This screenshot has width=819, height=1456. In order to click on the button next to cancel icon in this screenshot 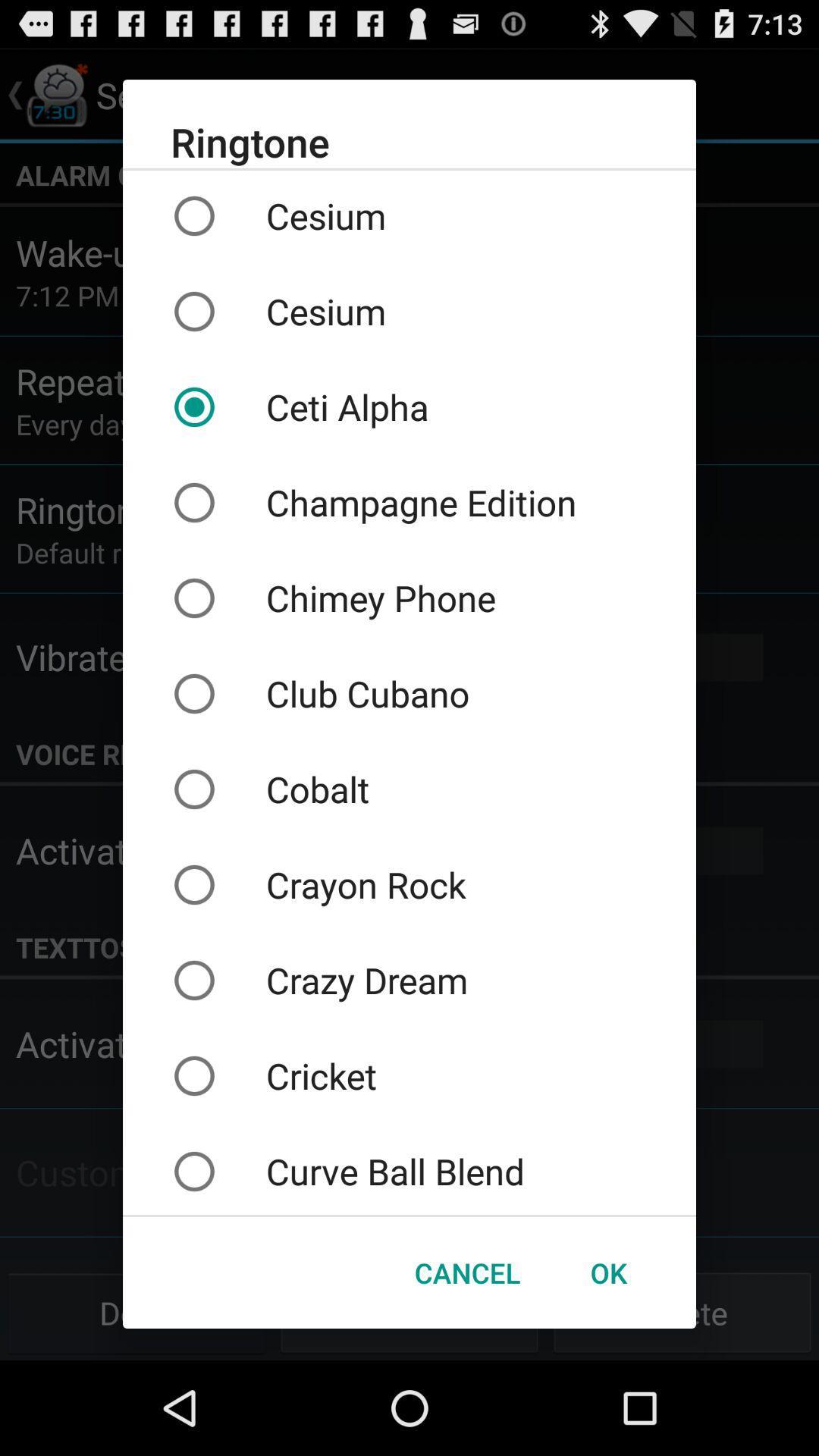, I will do `click(607, 1272)`.